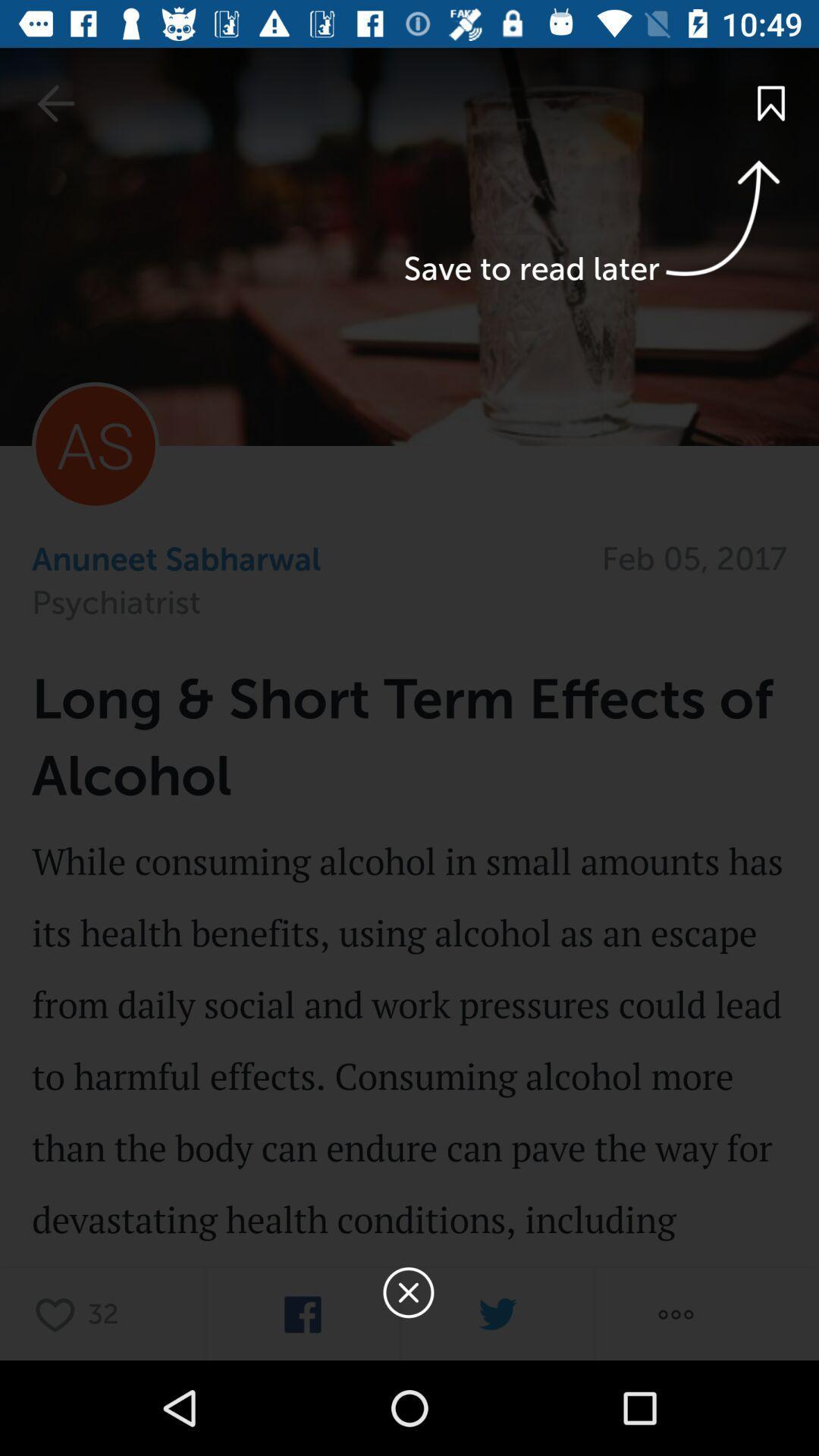 This screenshot has height=1456, width=819. What do you see at coordinates (497, 1313) in the screenshot?
I see `send to twitter` at bounding box center [497, 1313].